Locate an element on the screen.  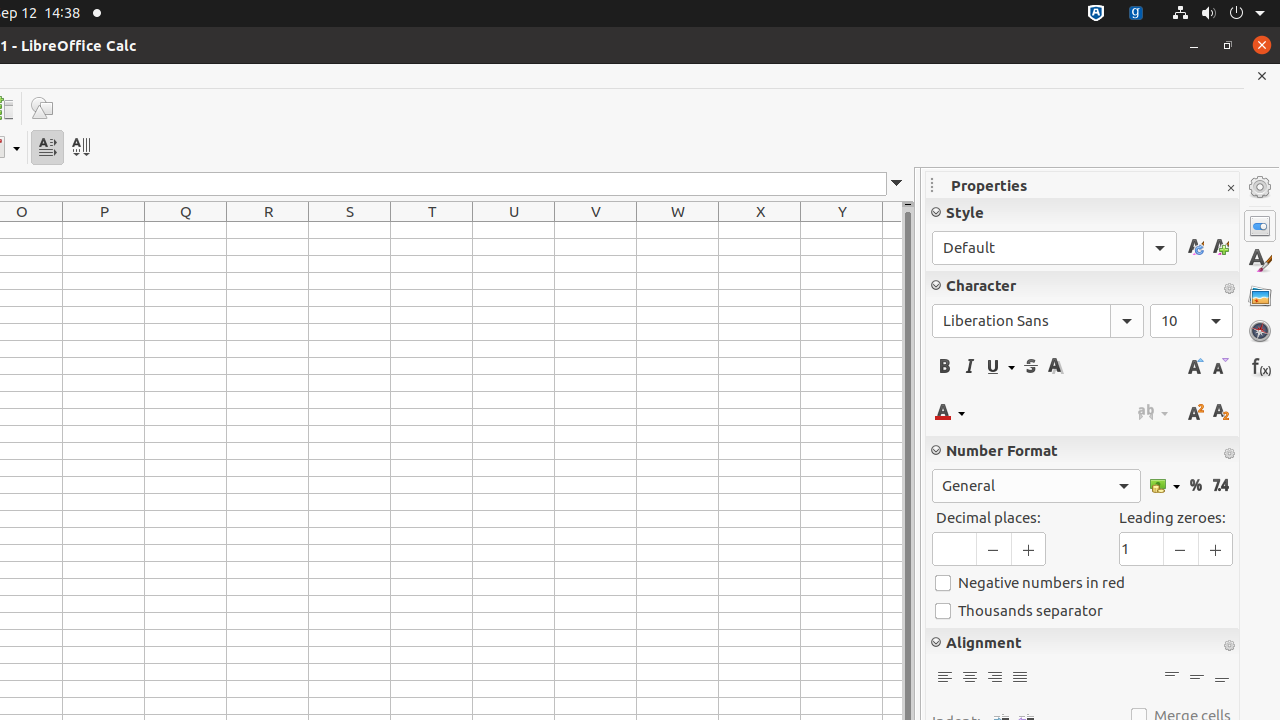
'Number' is located at coordinates (1219, 485).